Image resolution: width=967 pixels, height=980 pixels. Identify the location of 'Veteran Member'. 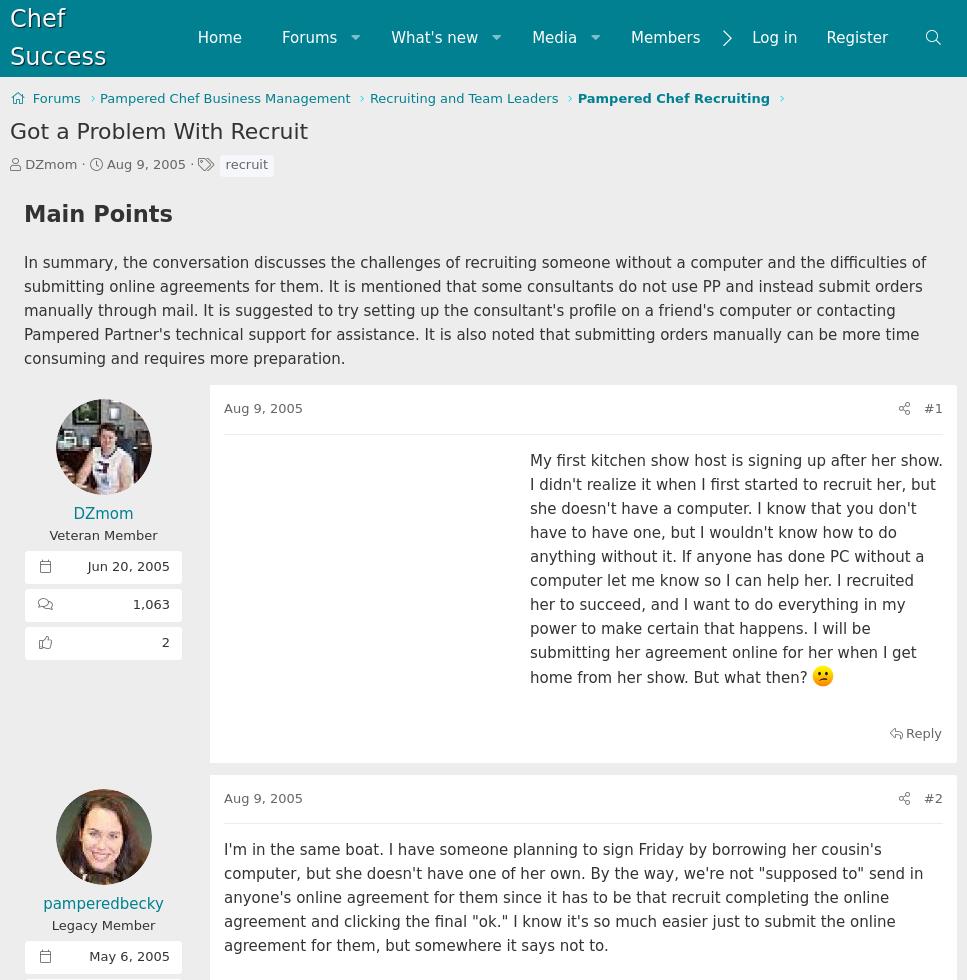
(102, 535).